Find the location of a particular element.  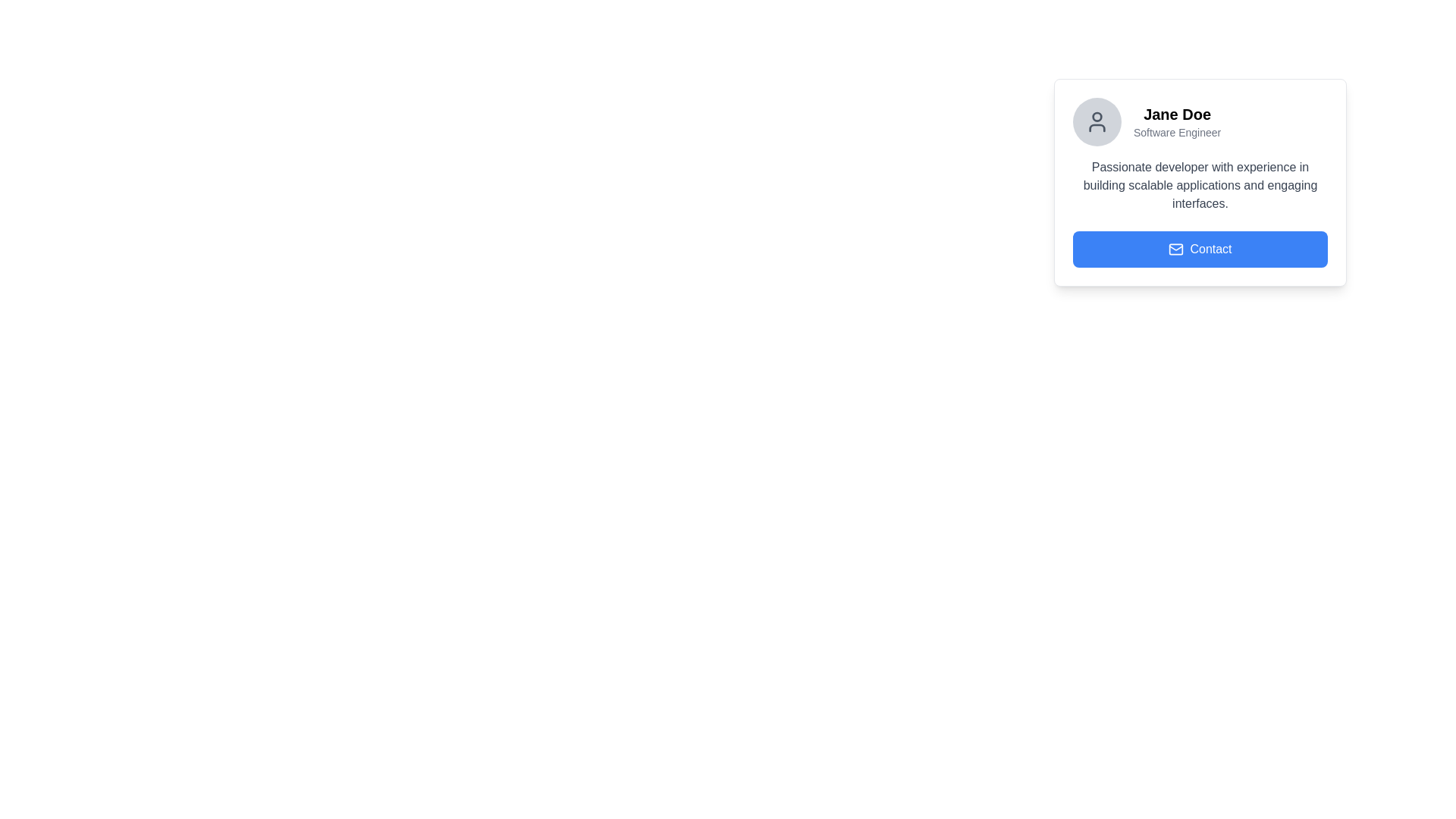

the text display showing 'Jane Doe' and 'Software Engineer', which is positioned in the upper section of a card-like structure is located at coordinates (1176, 121).